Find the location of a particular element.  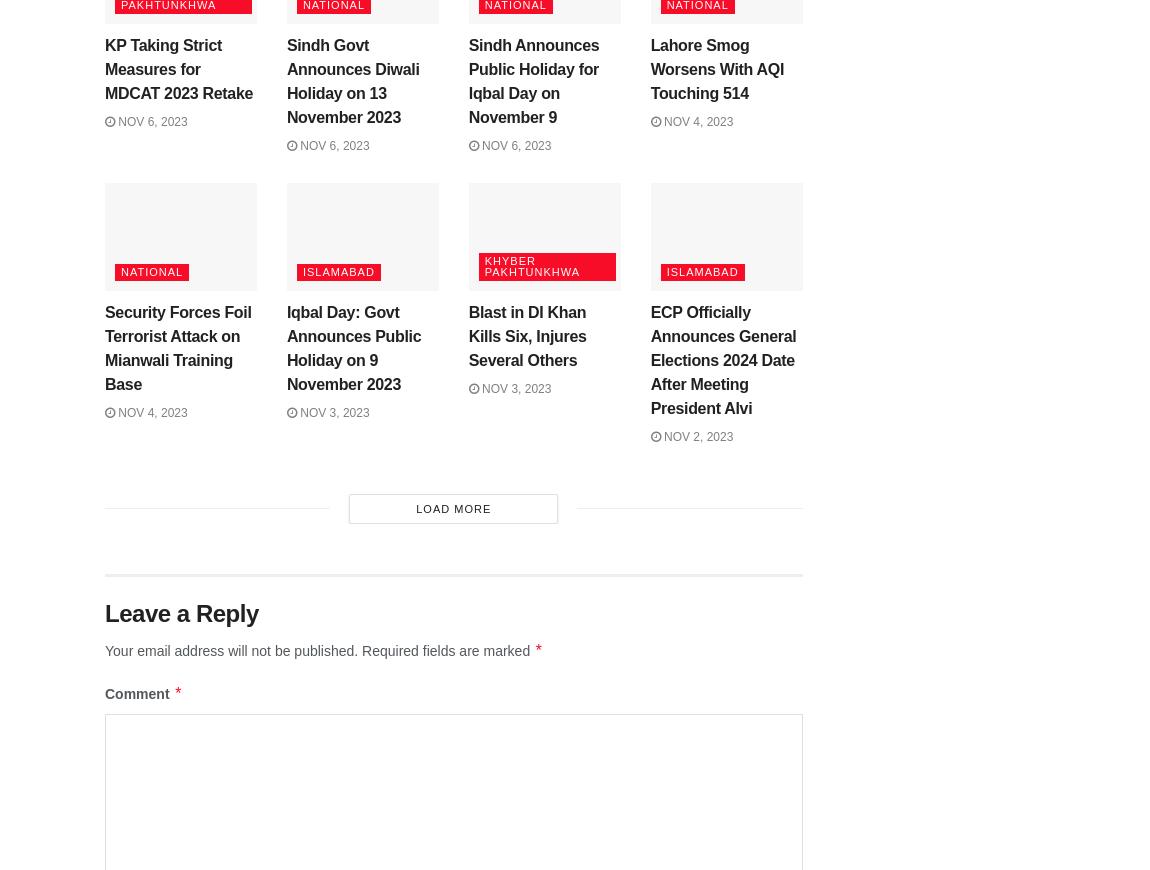

'Your email address will not be published.' is located at coordinates (230, 650).